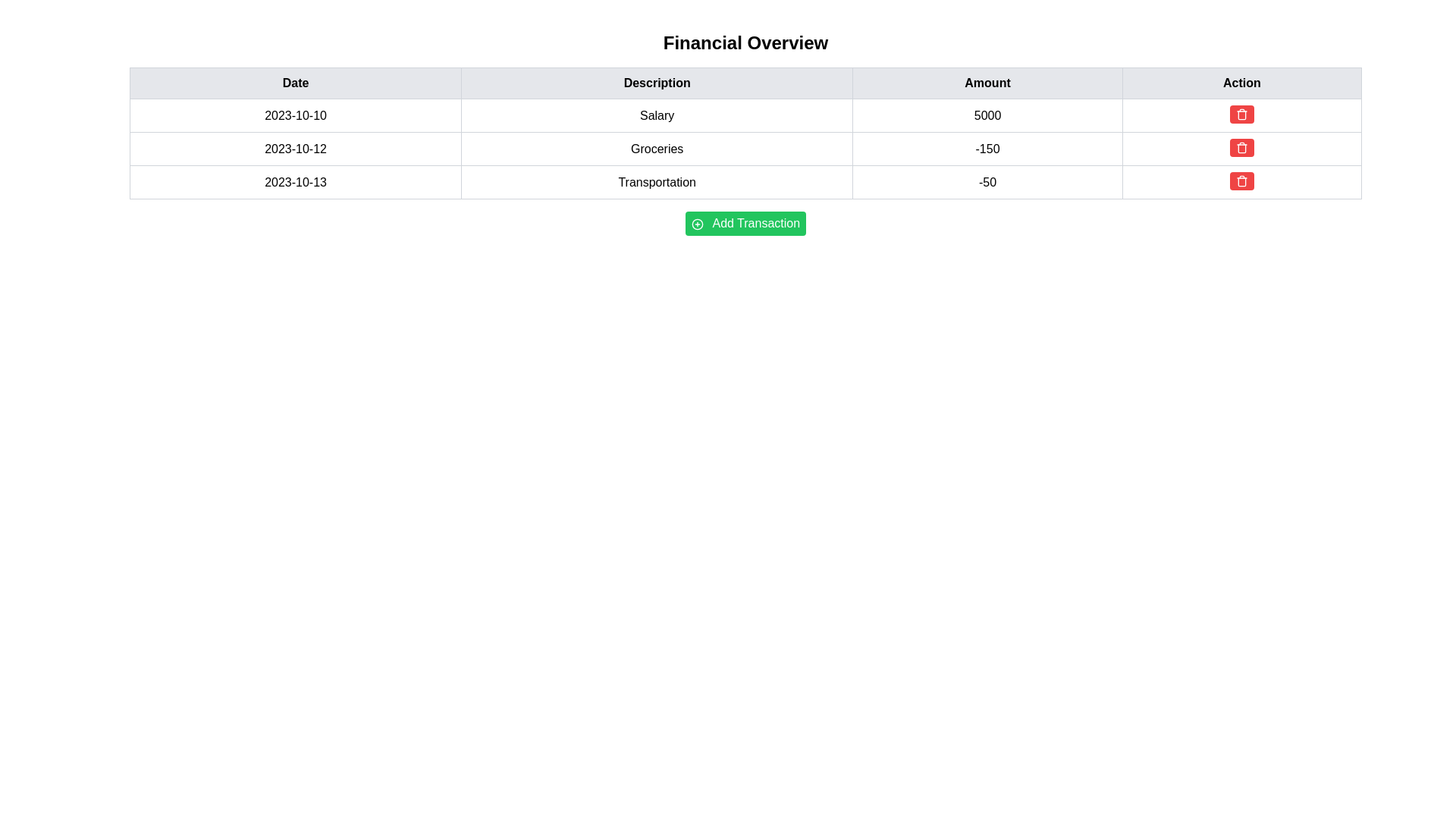 The image size is (1456, 819). Describe the element at coordinates (745, 115) in the screenshot. I see `the tabular row displaying the financial data for the date '2023-10-10', description 'Salary', and amount '5000'` at that location.